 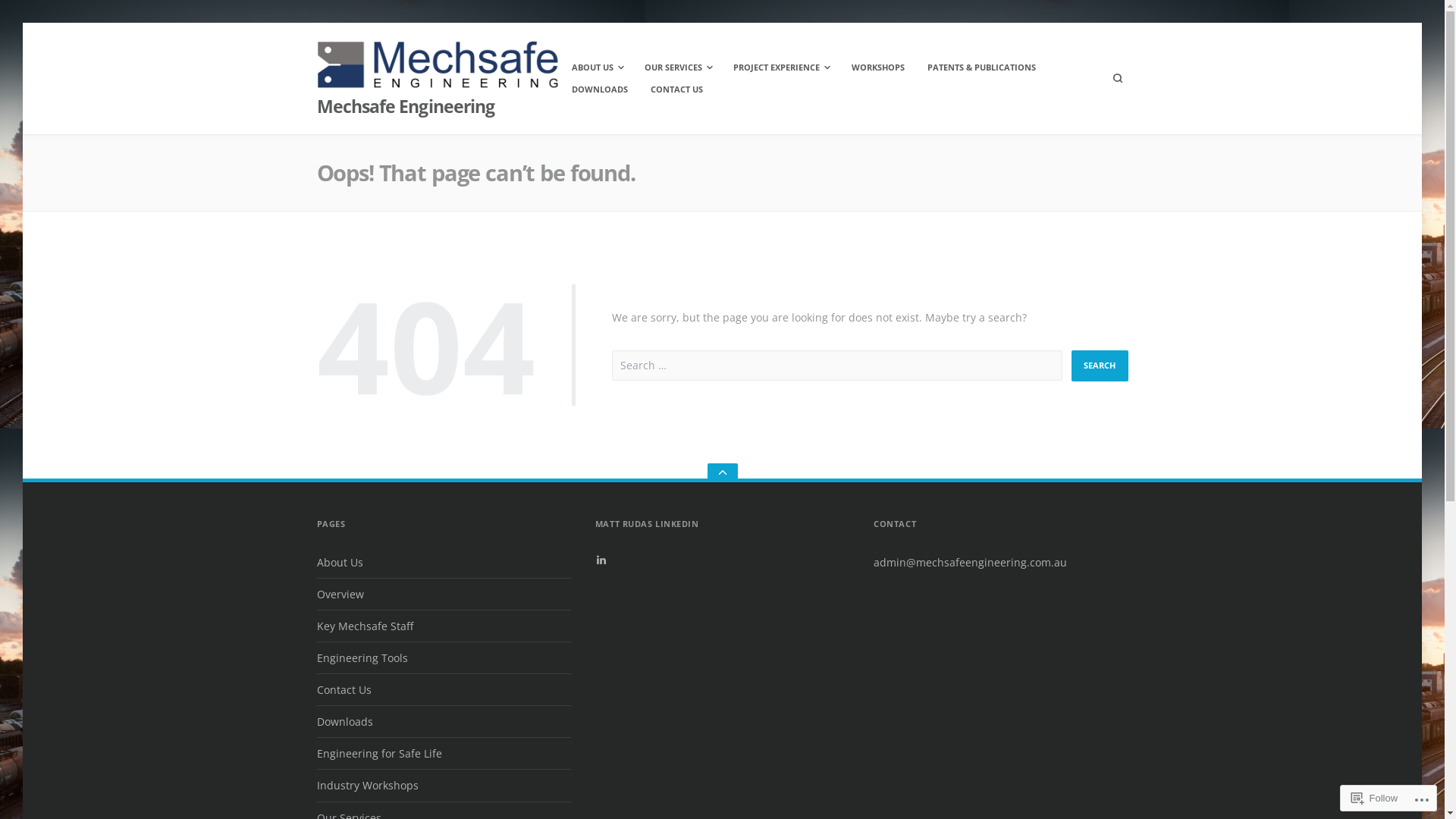 I want to click on 'Industry Workshops', so click(x=367, y=785).